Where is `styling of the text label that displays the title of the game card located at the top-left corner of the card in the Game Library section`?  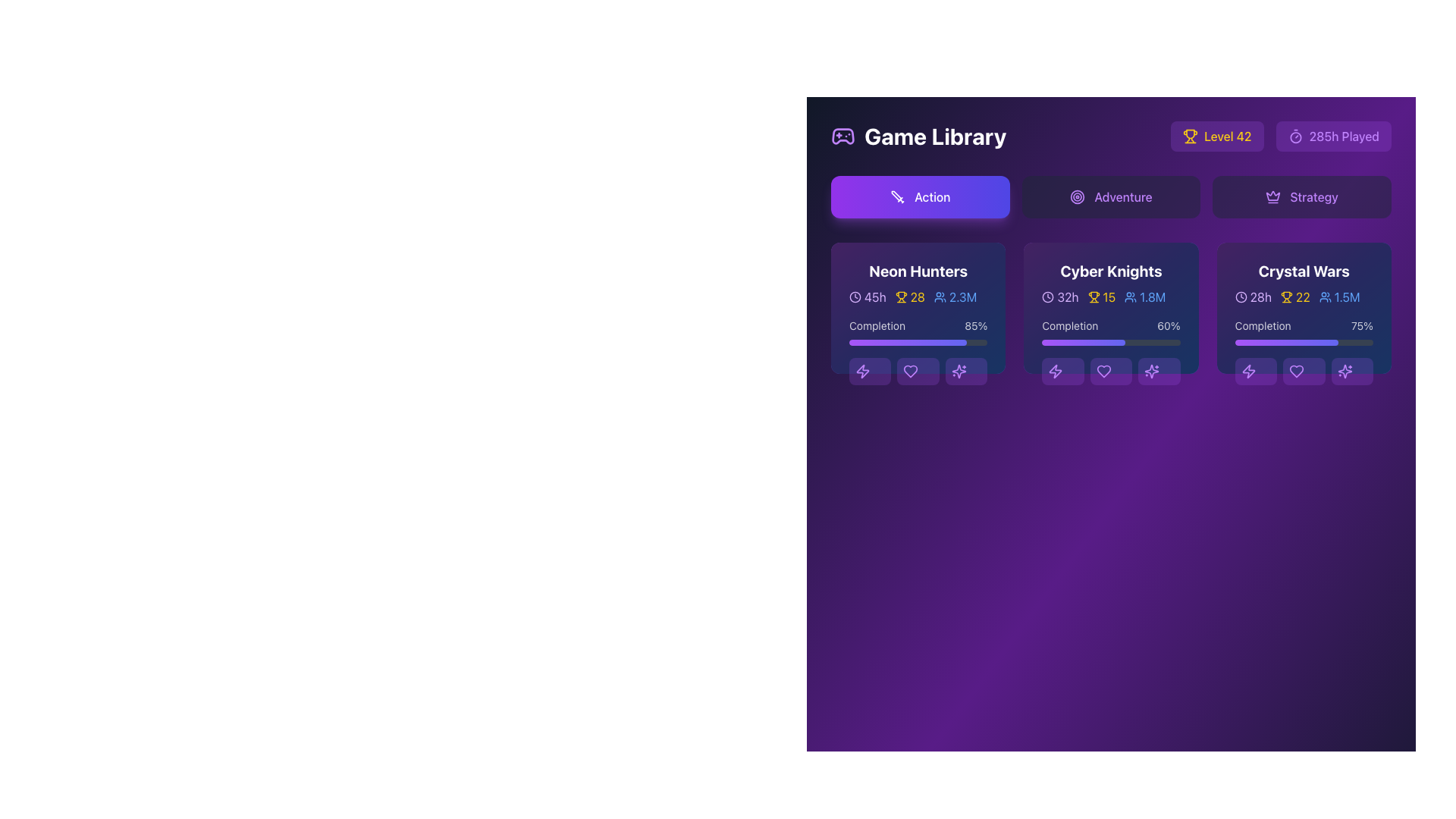 styling of the text label that displays the title of the game card located at the top-left corner of the card in the Game Library section is located at coordinates (918, 271).